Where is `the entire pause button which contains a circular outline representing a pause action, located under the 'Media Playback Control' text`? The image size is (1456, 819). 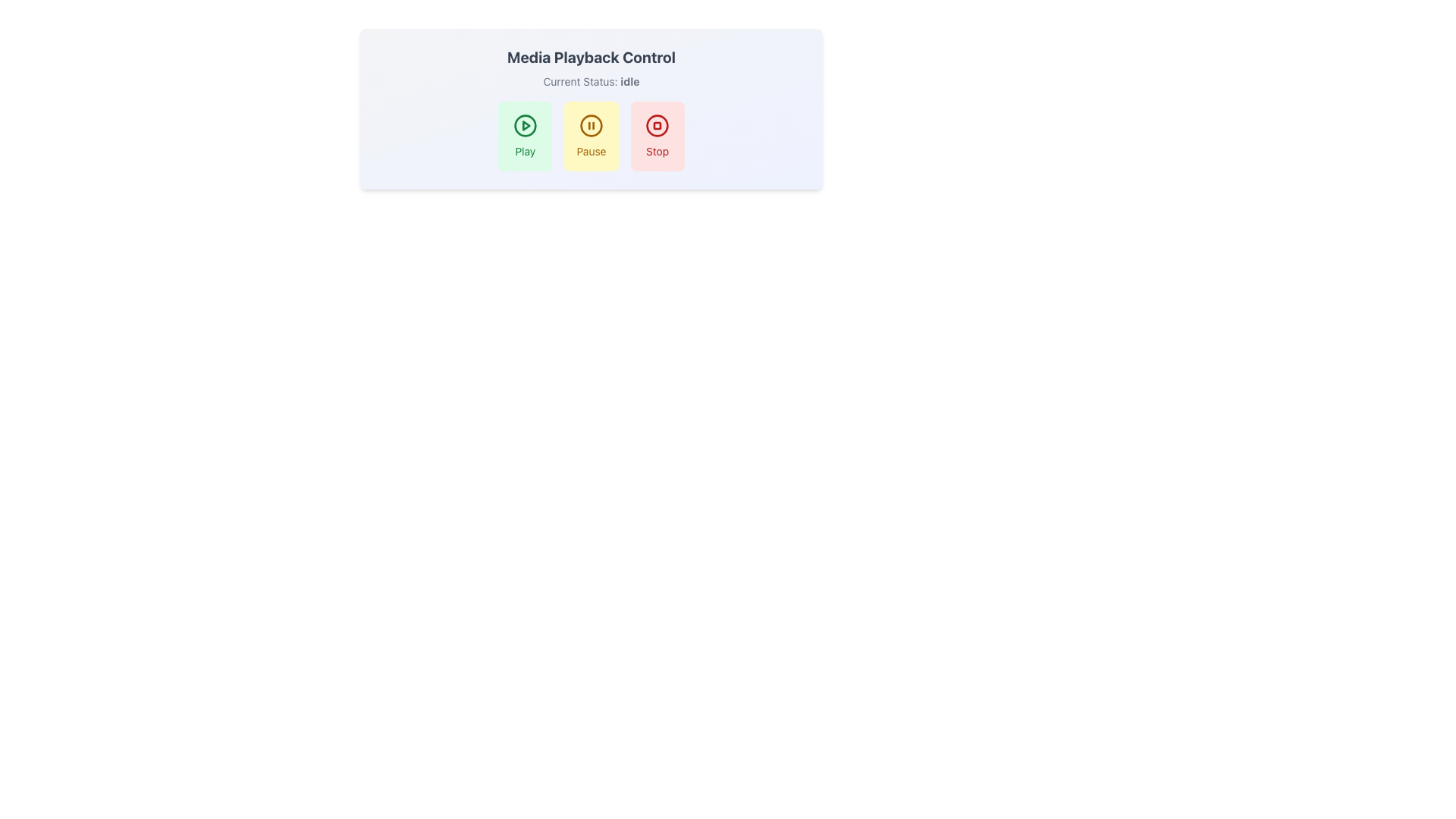 the entire pause button which contains a circular outline representing a pause action, located under the 'Media Playback Control' text is located at coordinates (590, 124).